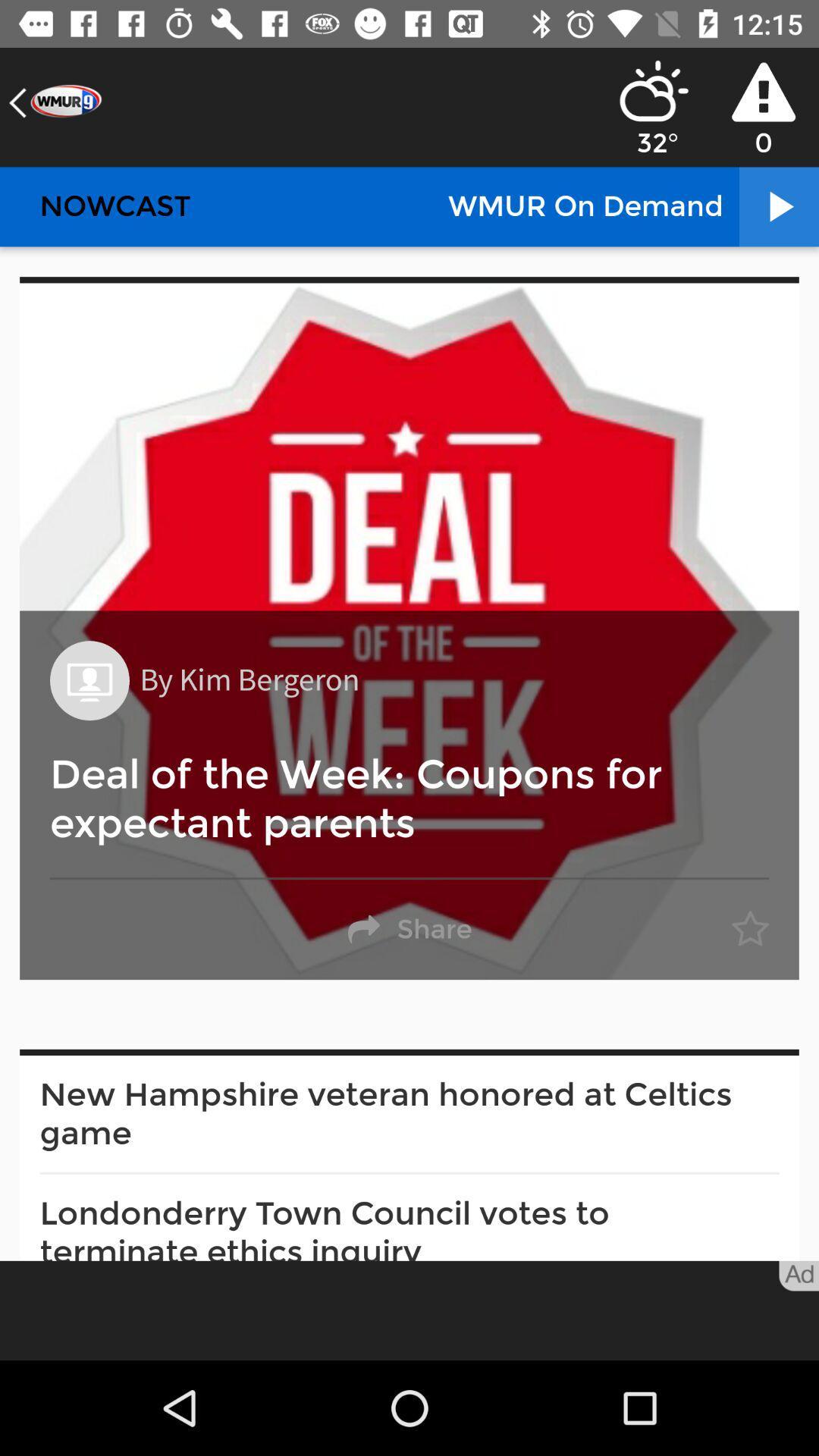 The image size is (819, 1456). Describe the element at coordinates (55, 102) in the screenshot. I see `the arrow_backward icon` at that location.